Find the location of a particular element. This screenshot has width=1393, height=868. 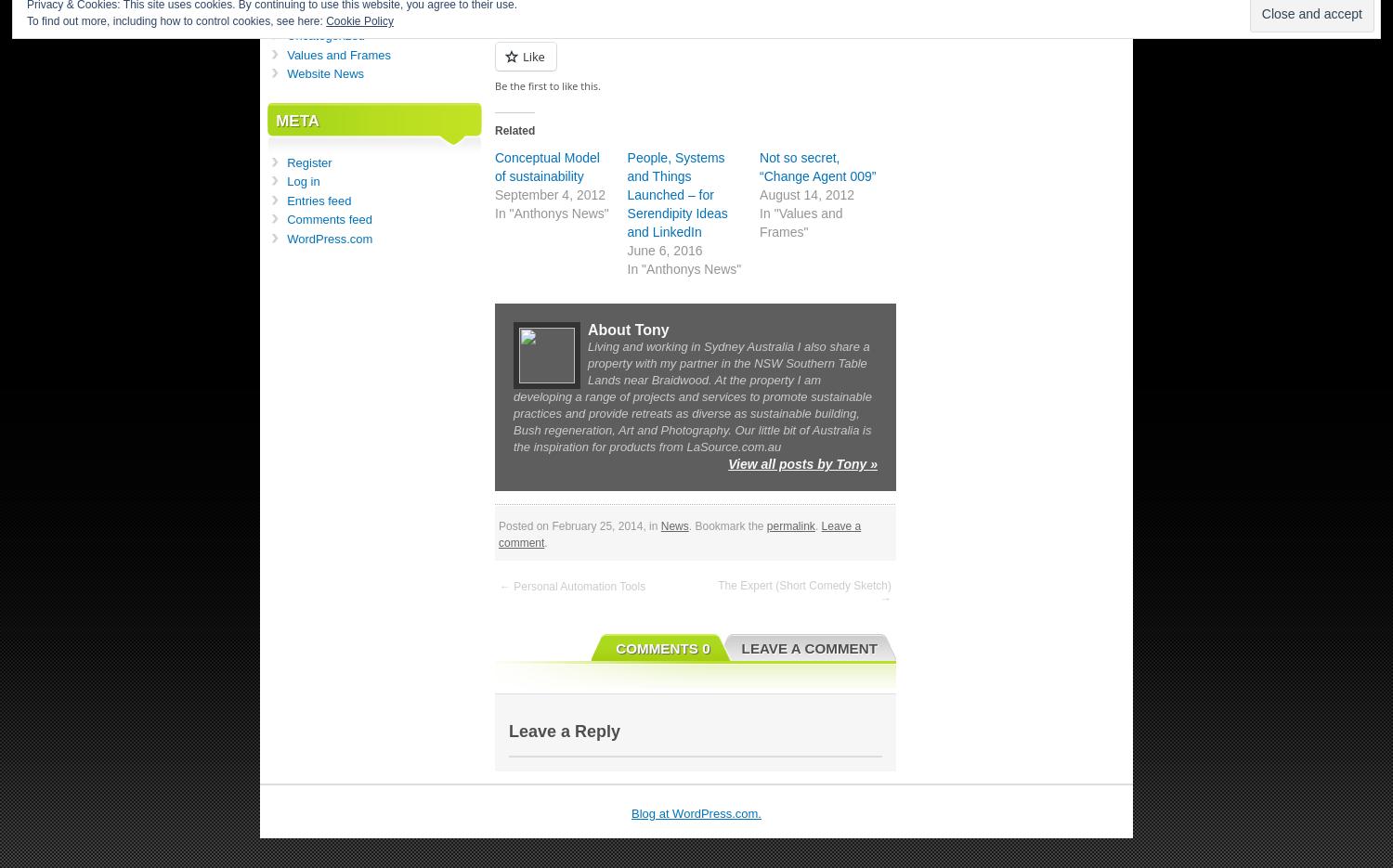

'Values and Frames' is located at coordinates (337, 54).